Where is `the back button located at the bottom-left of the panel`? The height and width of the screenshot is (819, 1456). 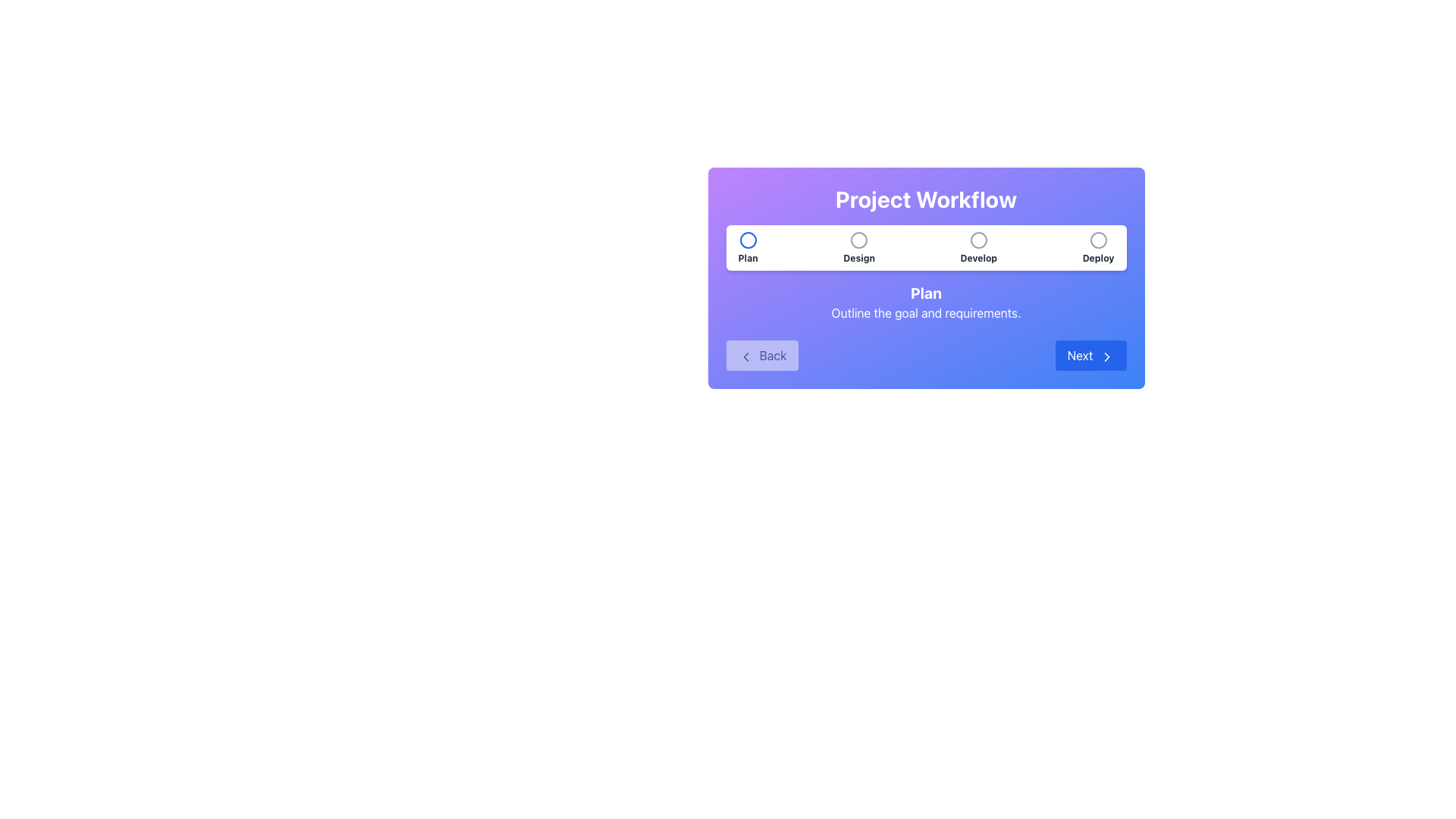 the back button located at the bottom-left of the panel is located at coordinates (762, 356).